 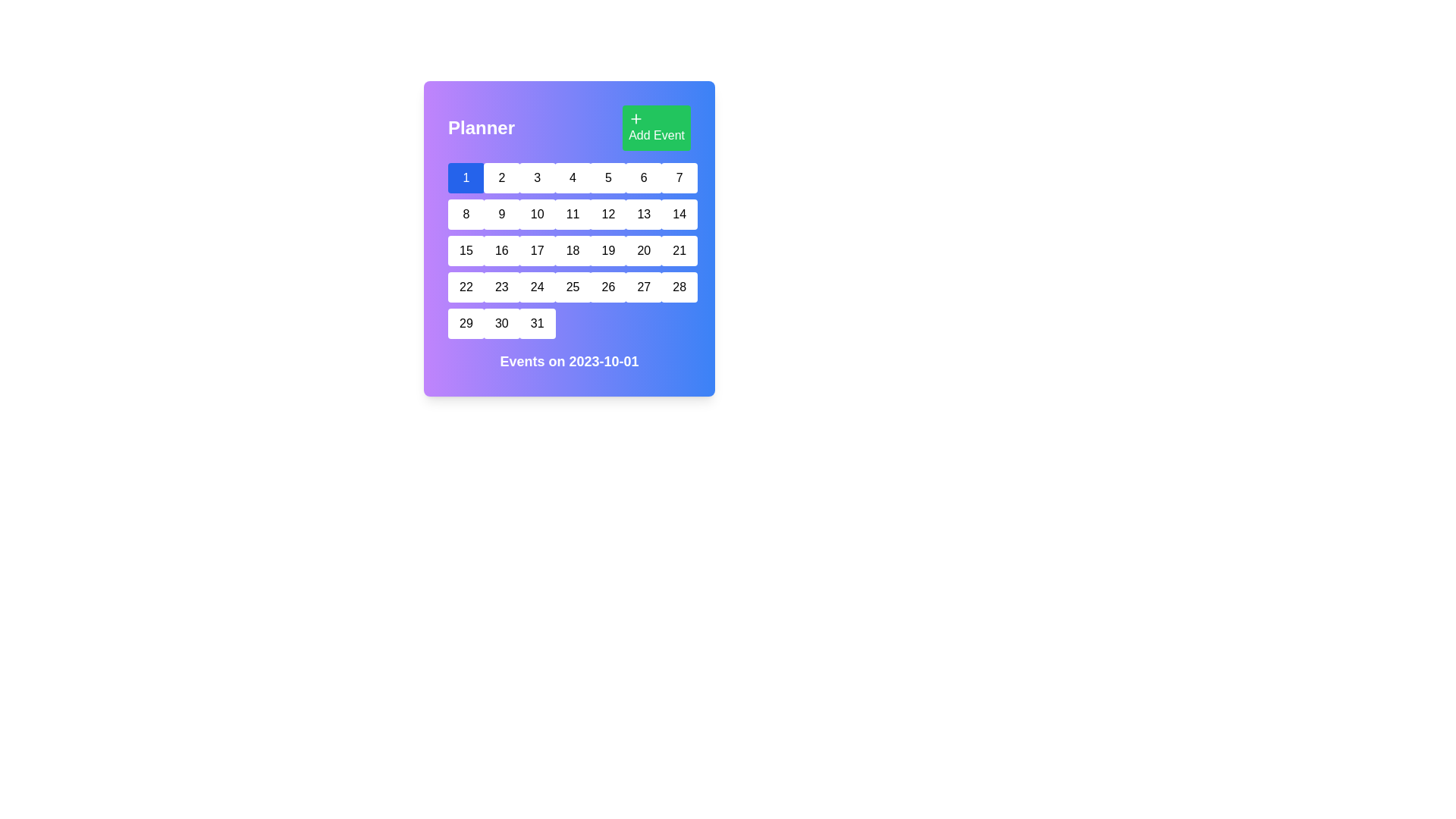 What do you see at coordinates (644, 287) in the screenshot?
I see `the button to select the date '27' in the calendar grid` at bounding box center [644, 287].